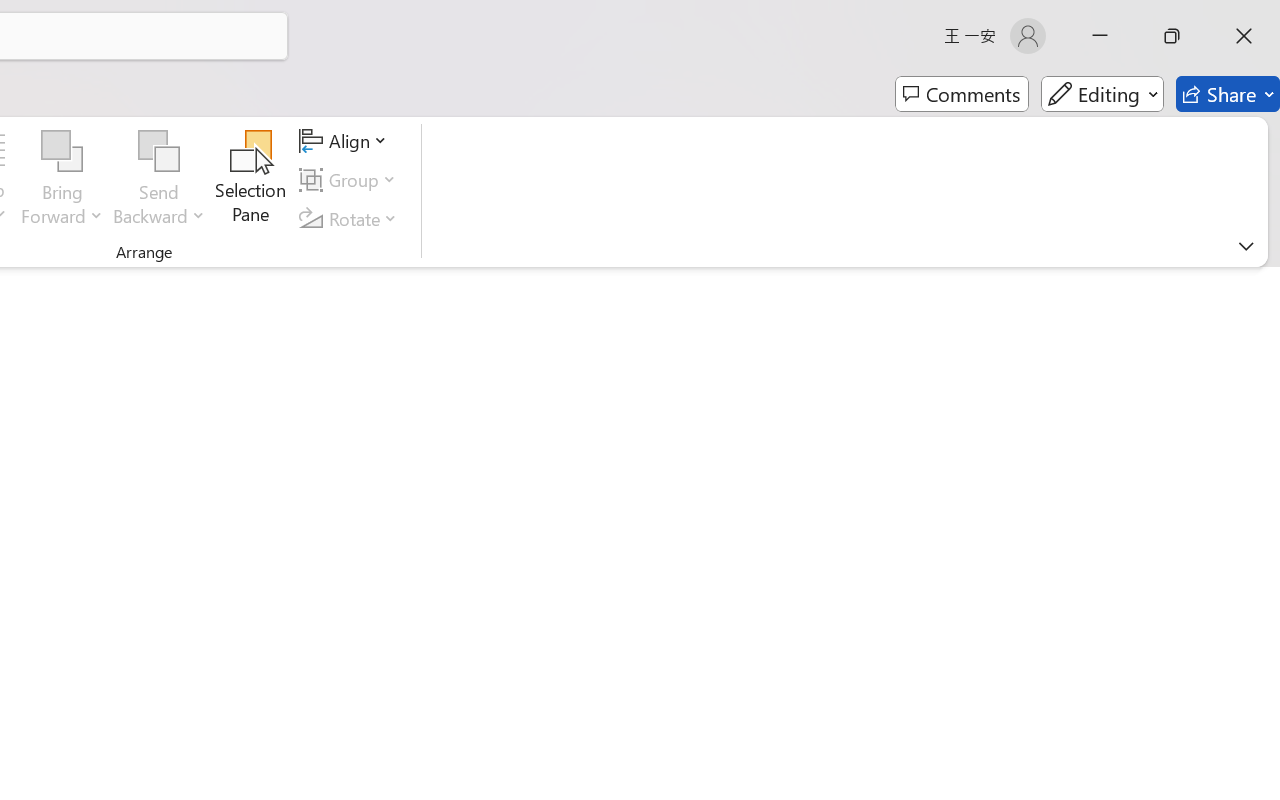  I want to click on 'Rotate', so click(351, 218).